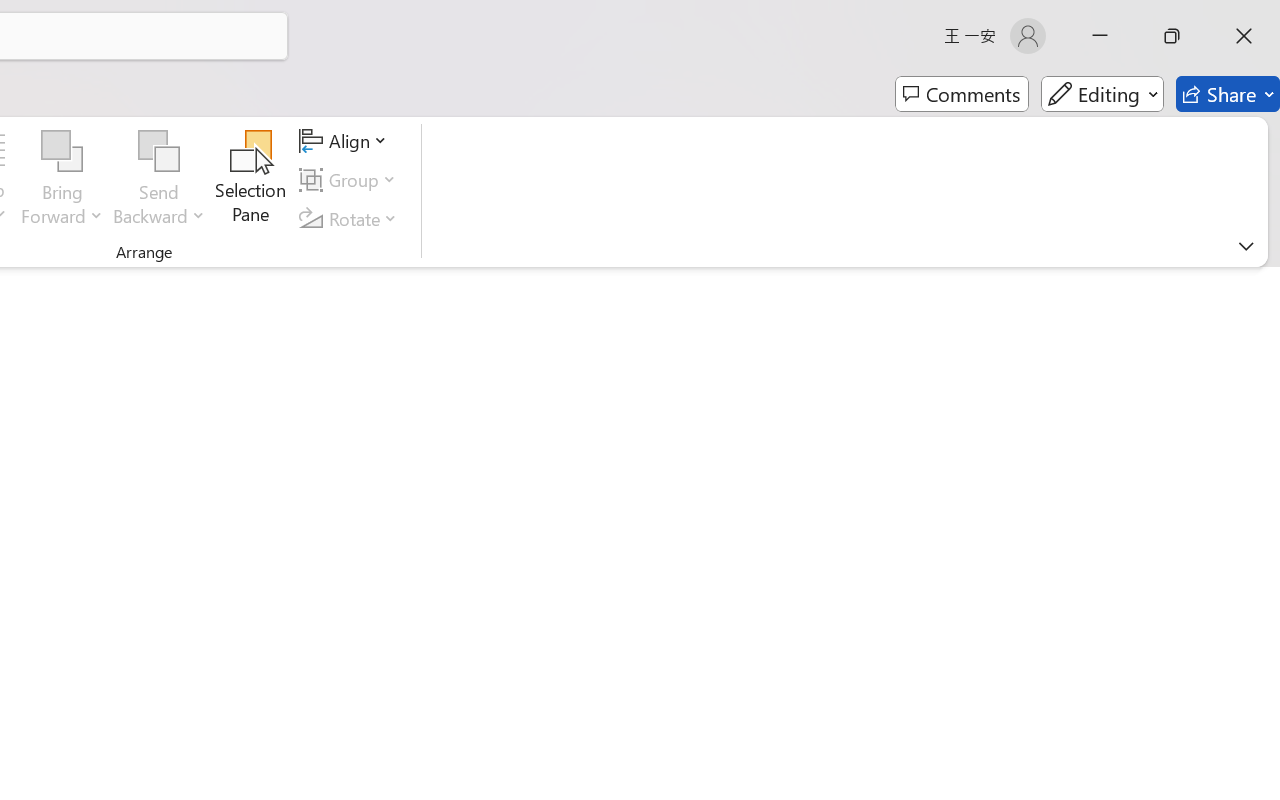  I want to click on 'Rotate', so click(351, 218).